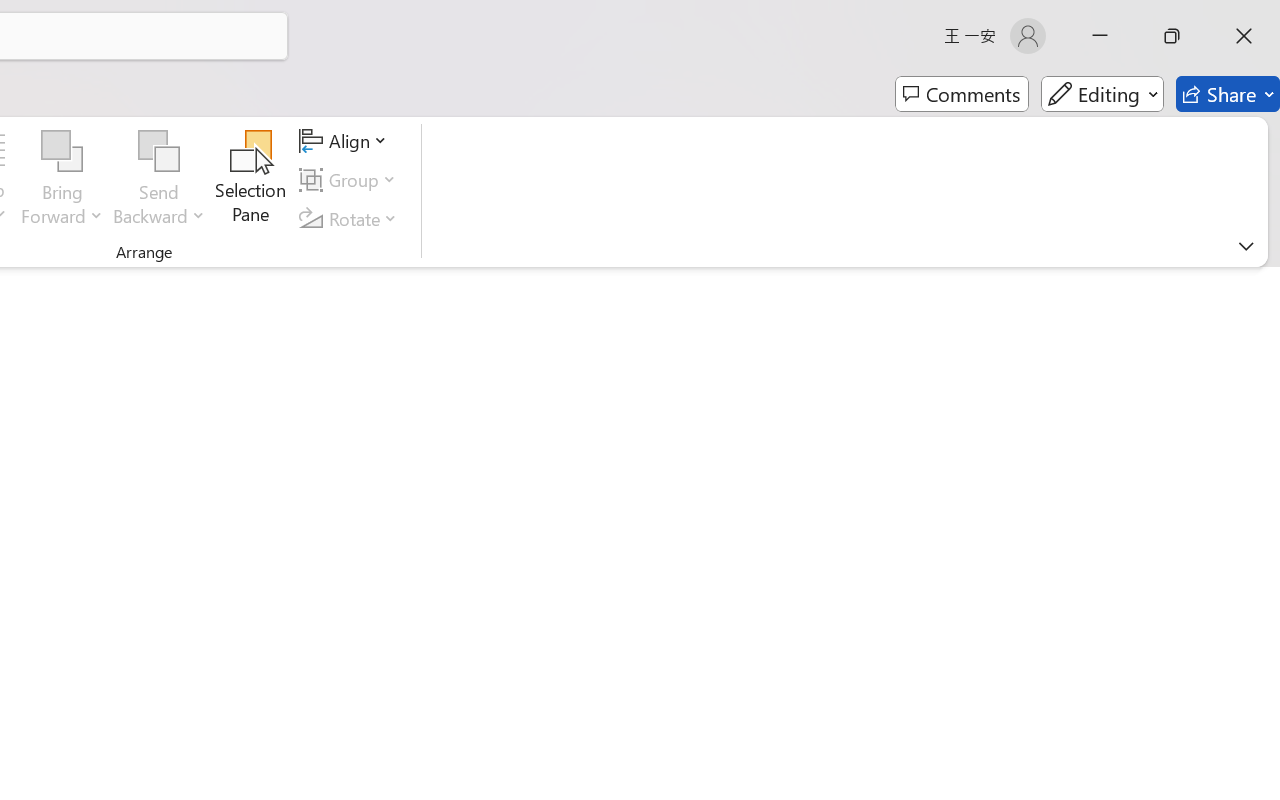  I want to click on 'Rotate', so click(351, 218).